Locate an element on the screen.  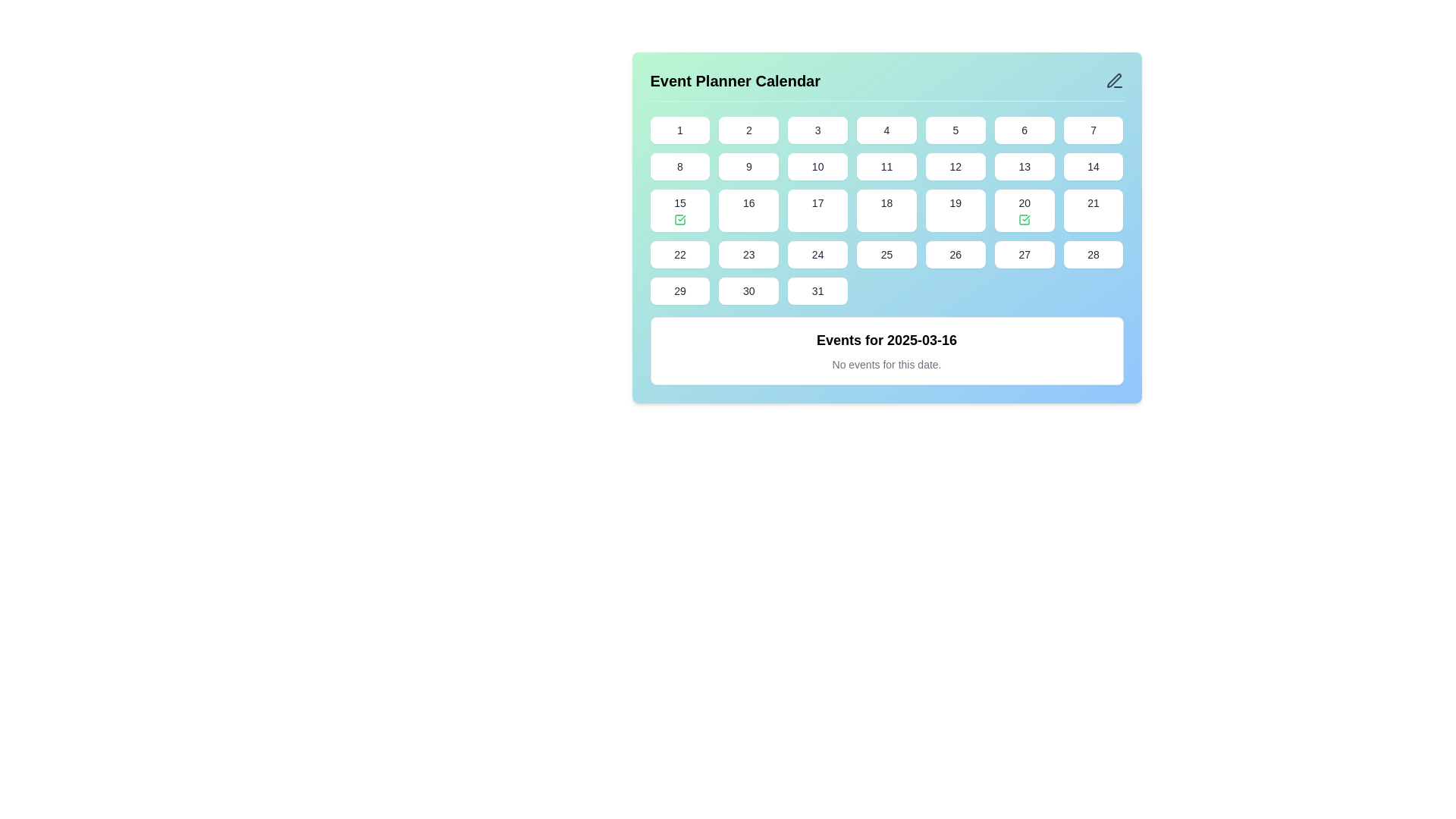
the button displaying the number '16' with a white background and gray text is located at coordinates (748, 210).